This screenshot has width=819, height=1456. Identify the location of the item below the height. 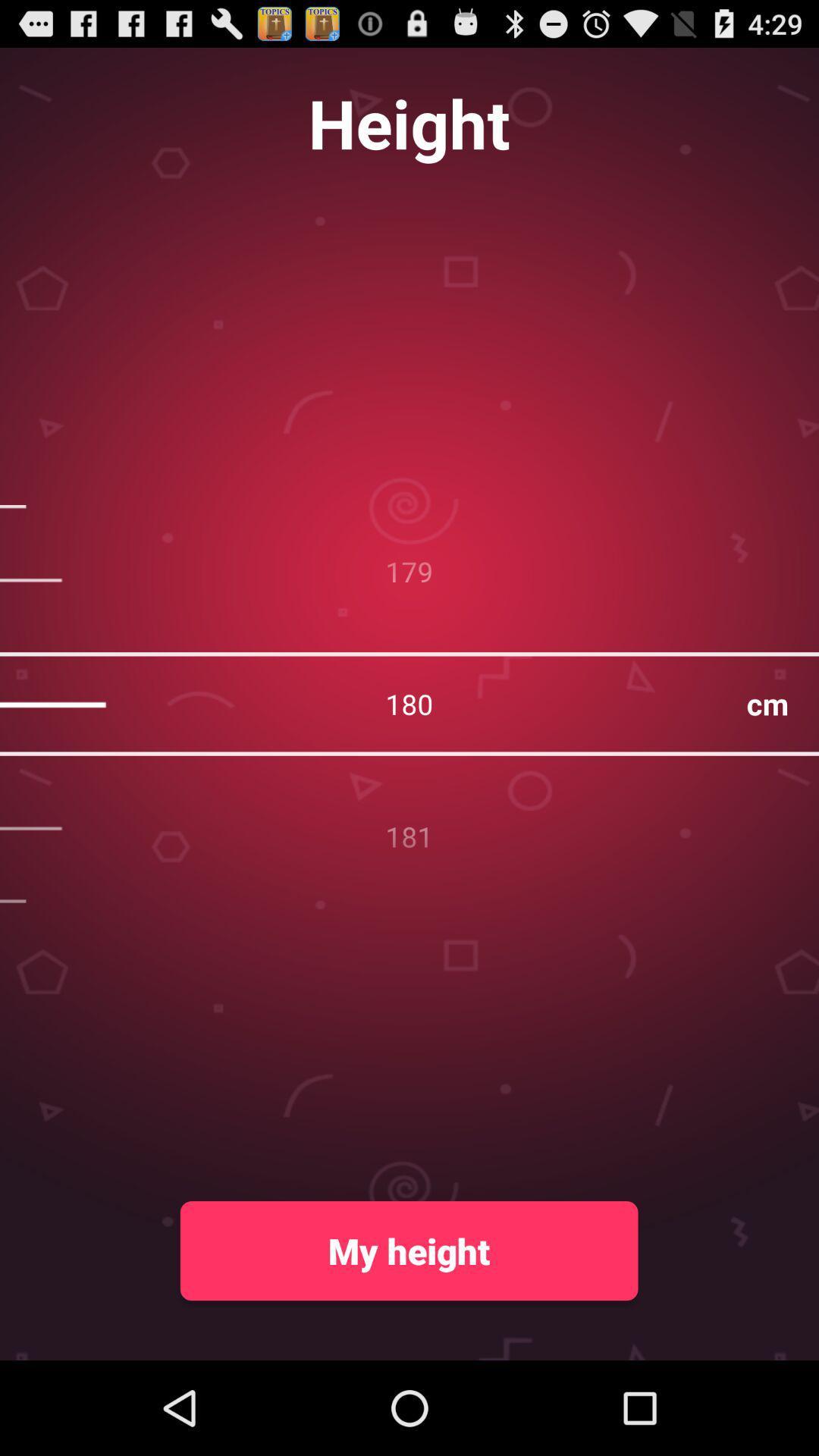
(409, 703).